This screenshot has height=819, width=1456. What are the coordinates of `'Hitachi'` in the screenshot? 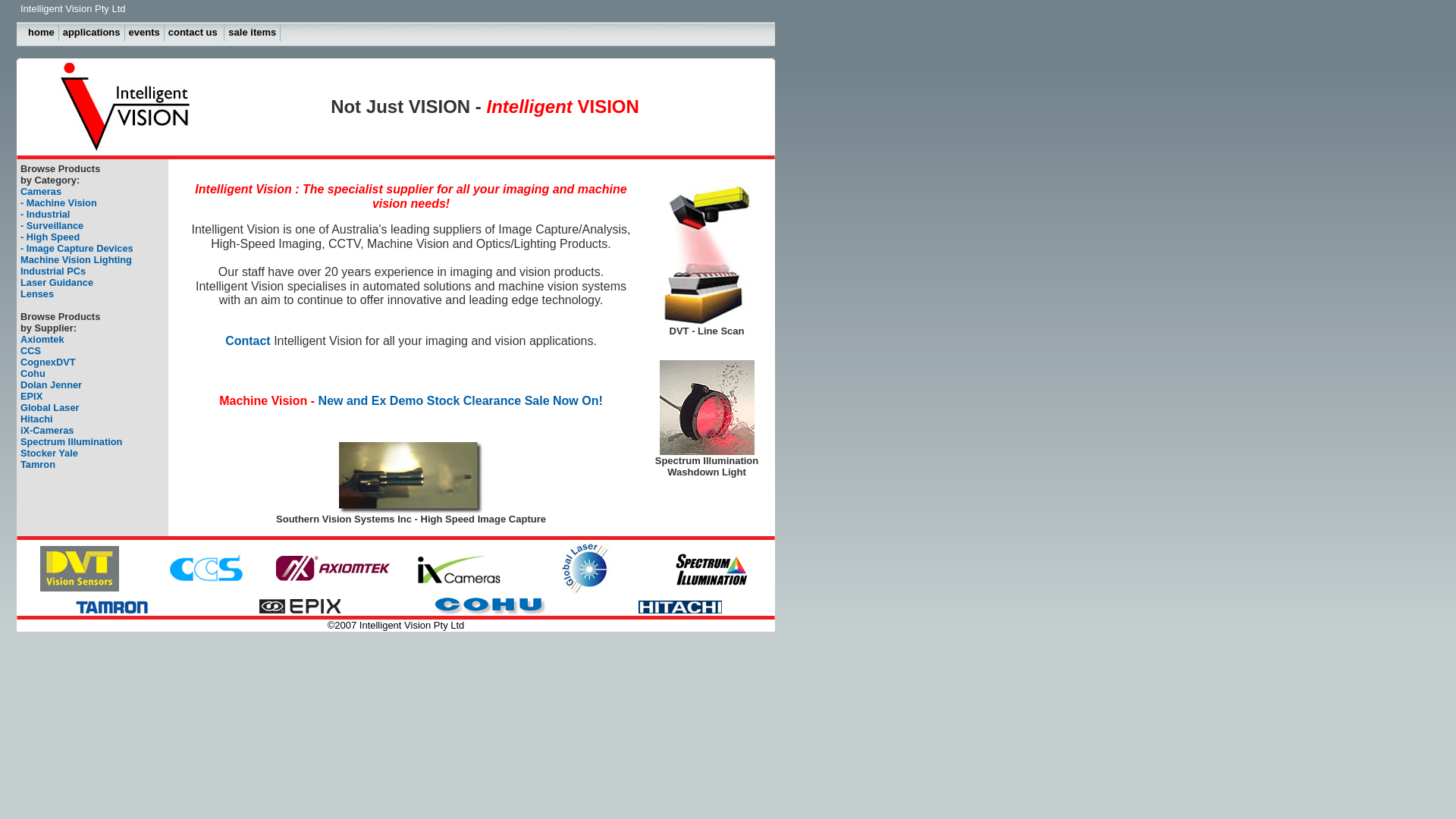 It's located at (36, 419).